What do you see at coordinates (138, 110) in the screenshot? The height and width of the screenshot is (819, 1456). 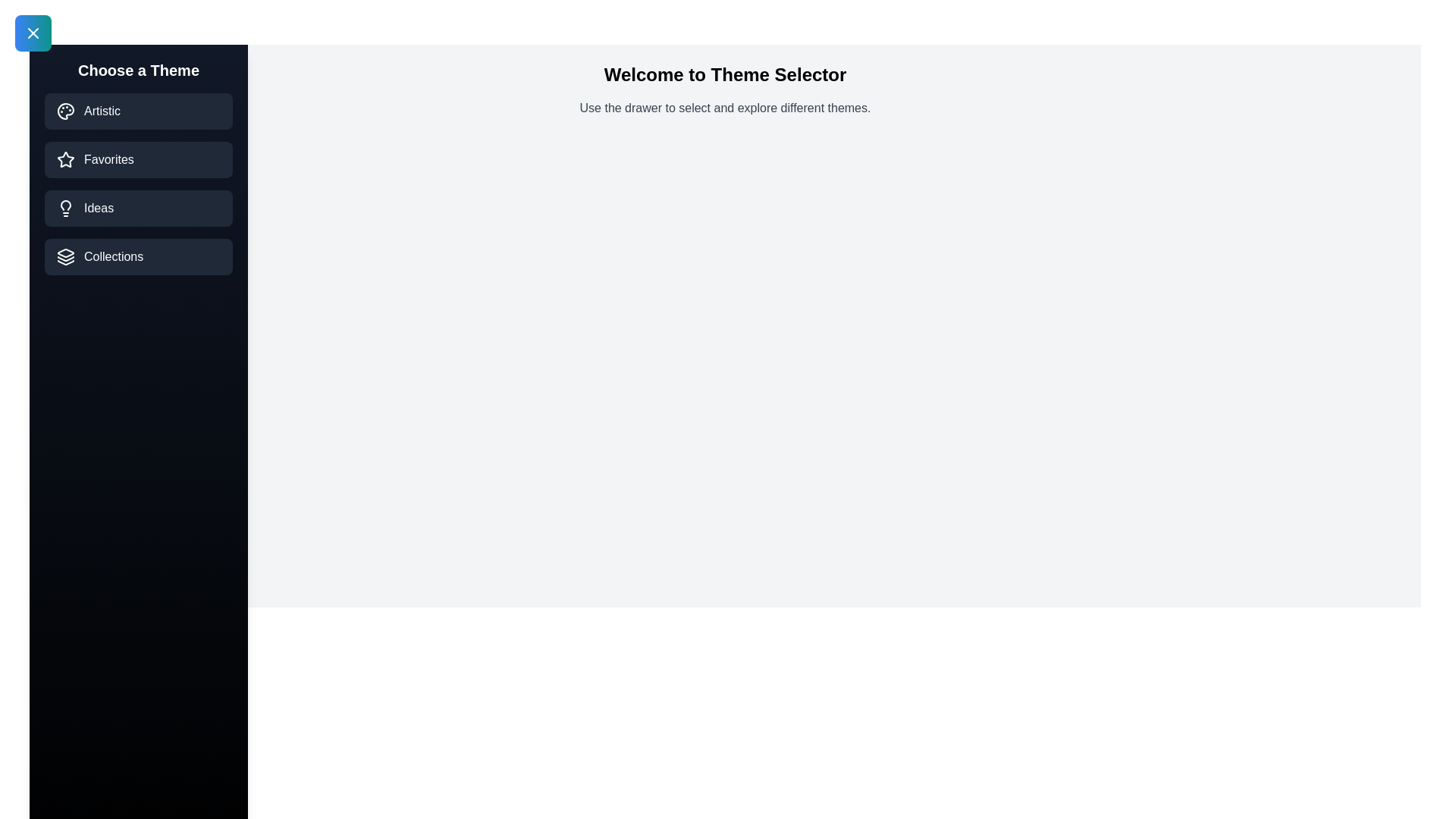 I see `the theme Artistic from the list` at bounding box center [138, 110].